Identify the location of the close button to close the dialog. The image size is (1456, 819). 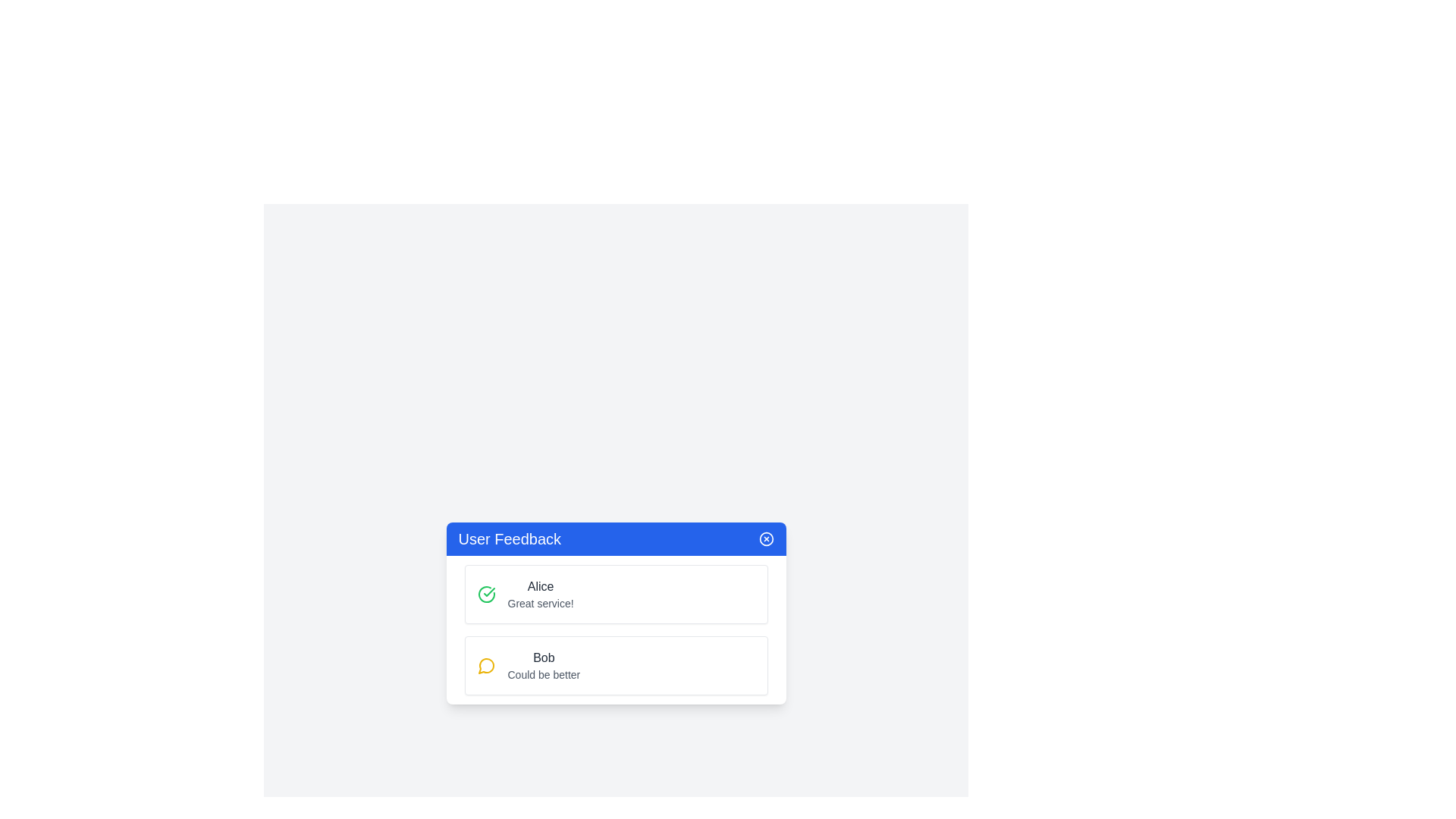
(766, 538).